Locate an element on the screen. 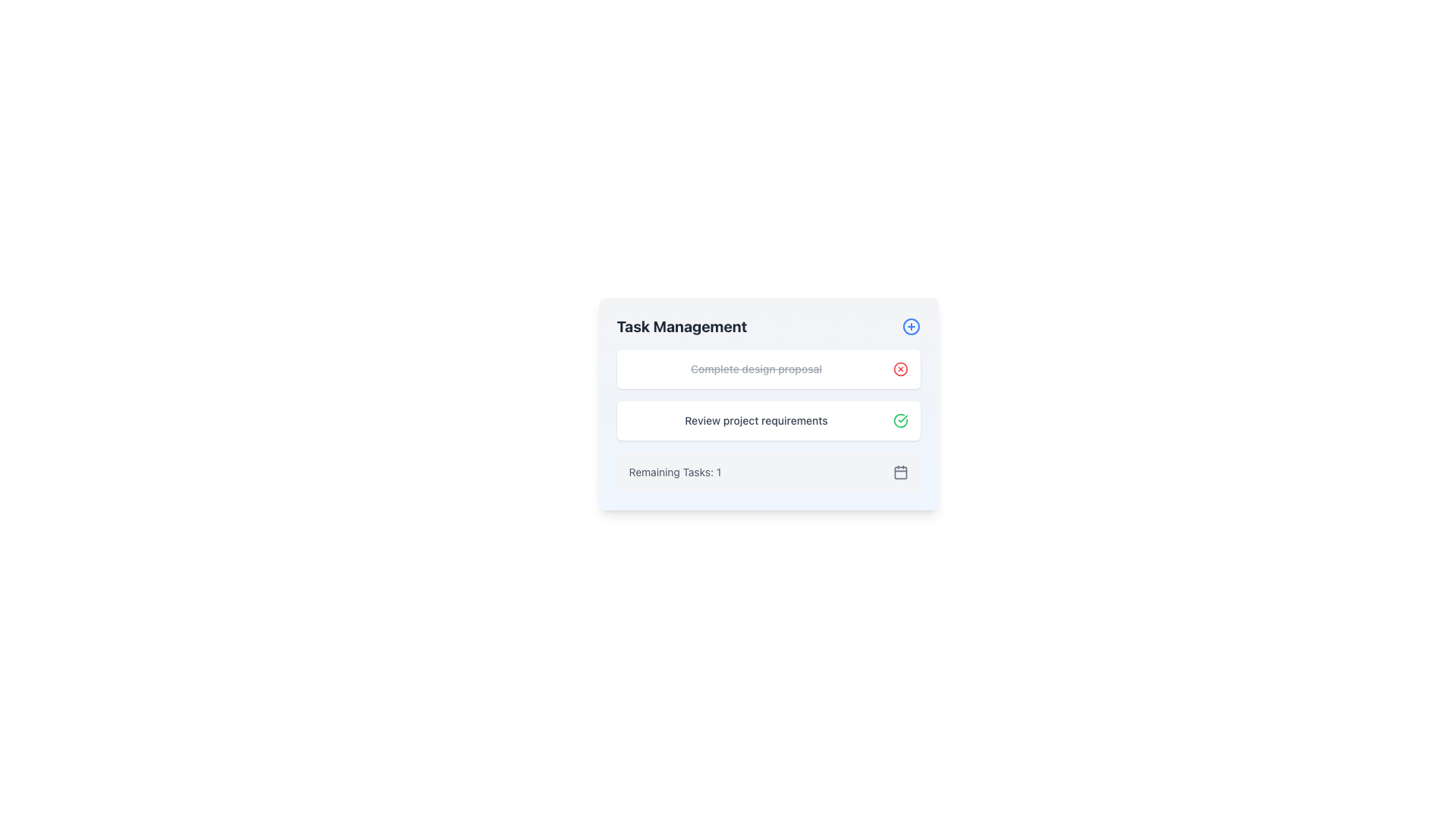 Image resolution: width=1456 pixels, height=819 pixels. the delete button associated with the task 'Complete design proposal' is located at coordinates (900, 369).